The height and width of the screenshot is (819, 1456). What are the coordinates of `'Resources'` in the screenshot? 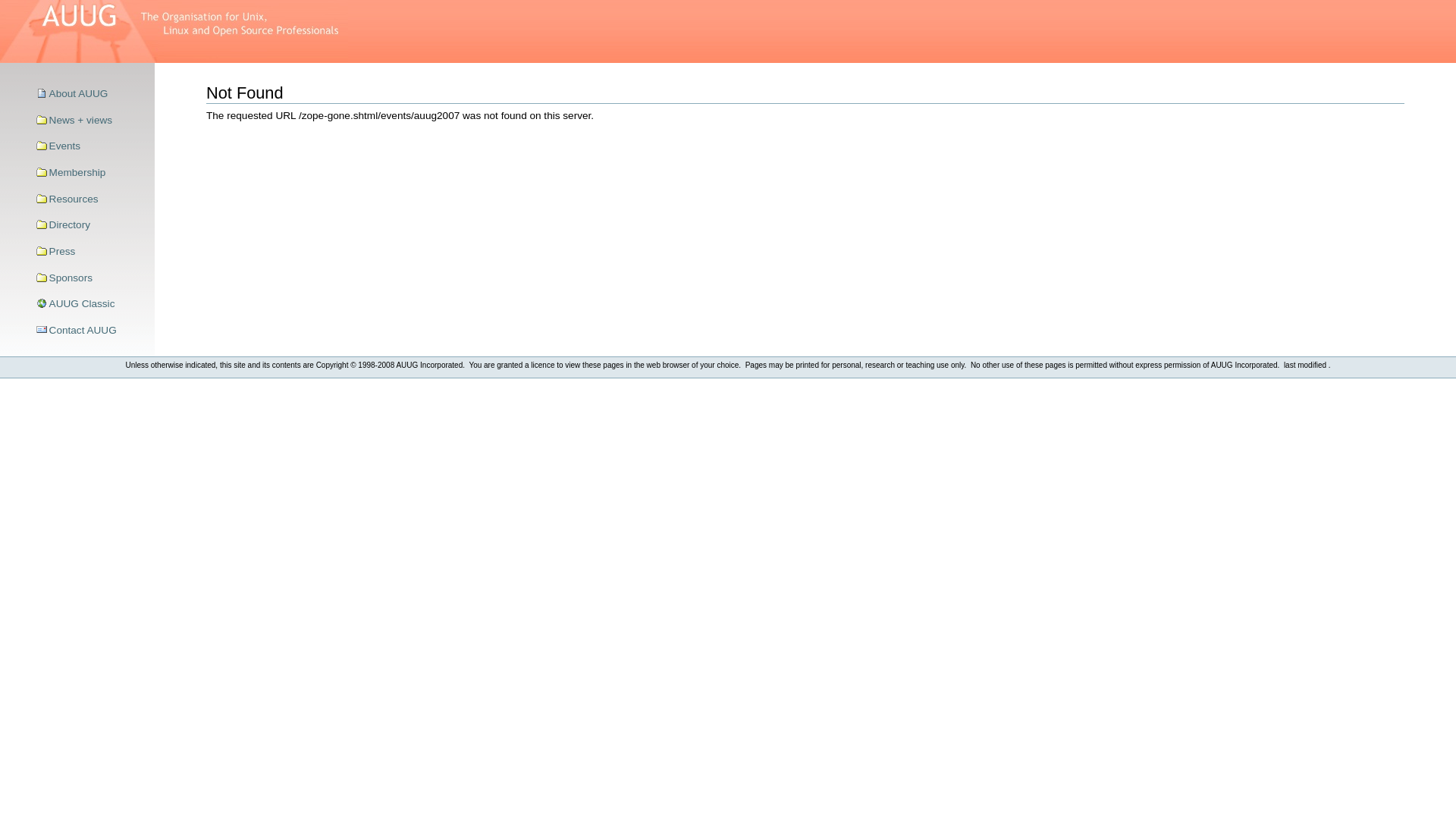 It's located at (89, 198).